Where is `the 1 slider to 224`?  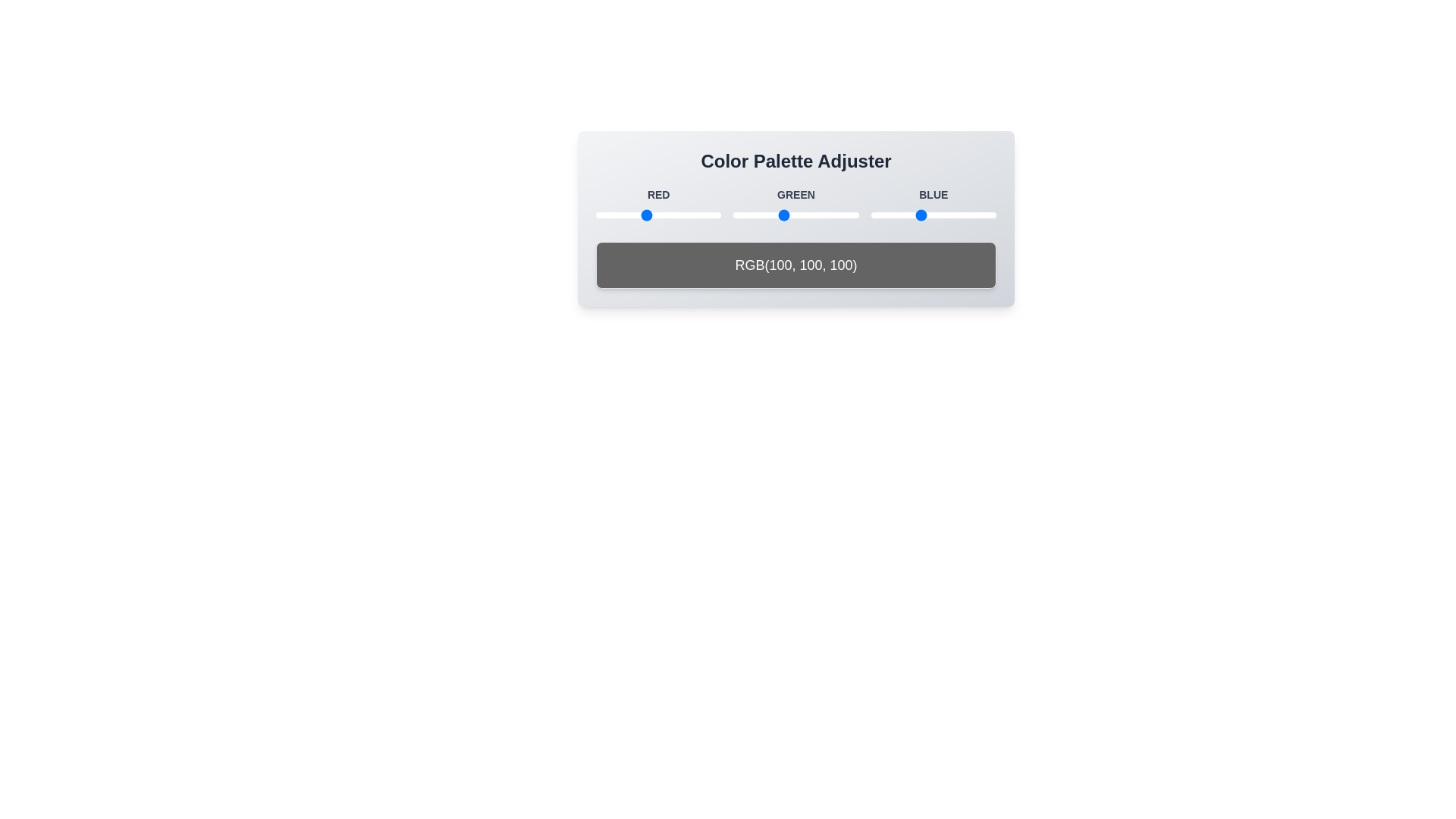
the 1 slider to 224 is located at coordinates (705, 215).